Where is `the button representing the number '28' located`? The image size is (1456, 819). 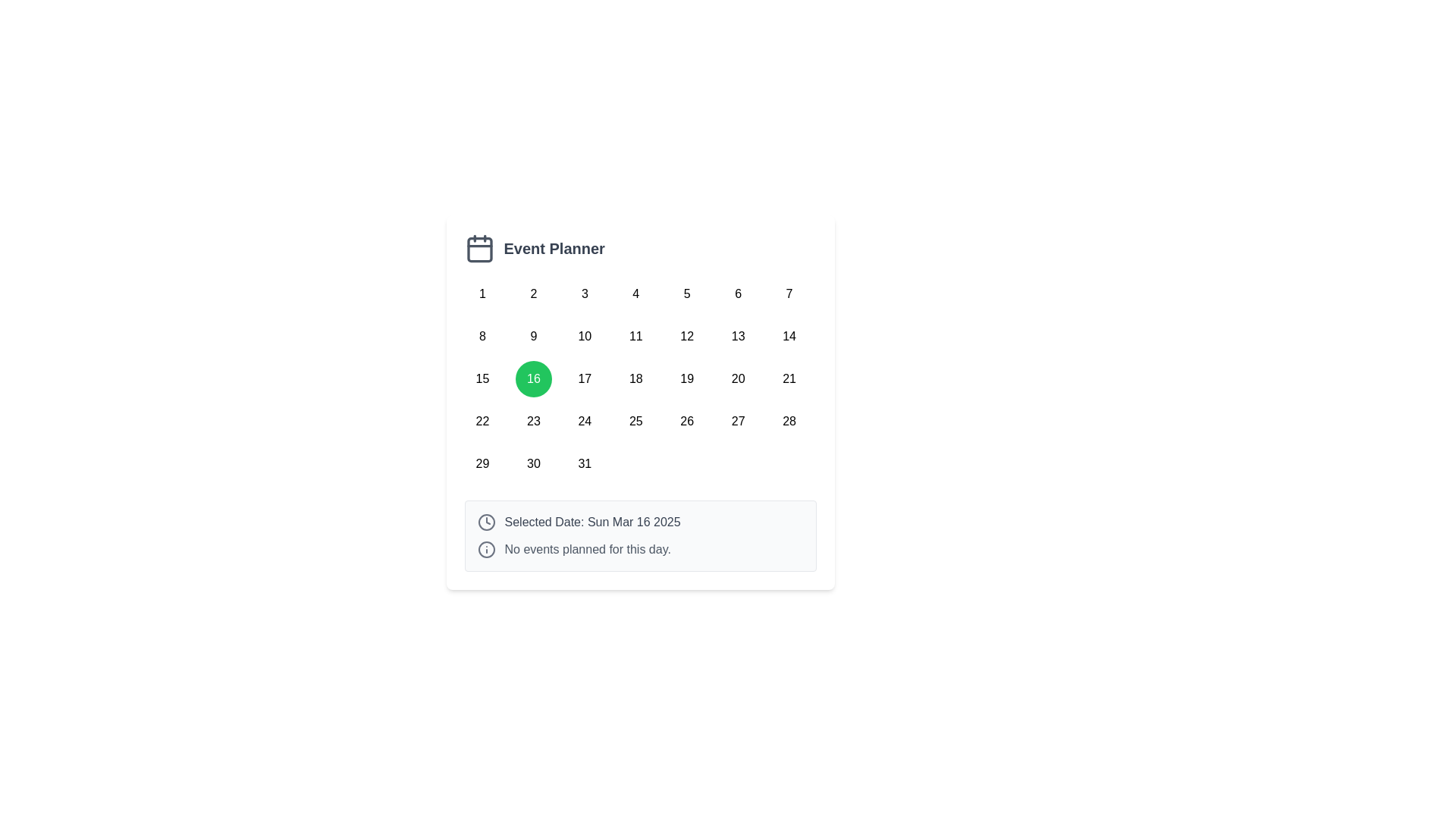 the button representing the number '28' located is located at coordinates (789, 421).